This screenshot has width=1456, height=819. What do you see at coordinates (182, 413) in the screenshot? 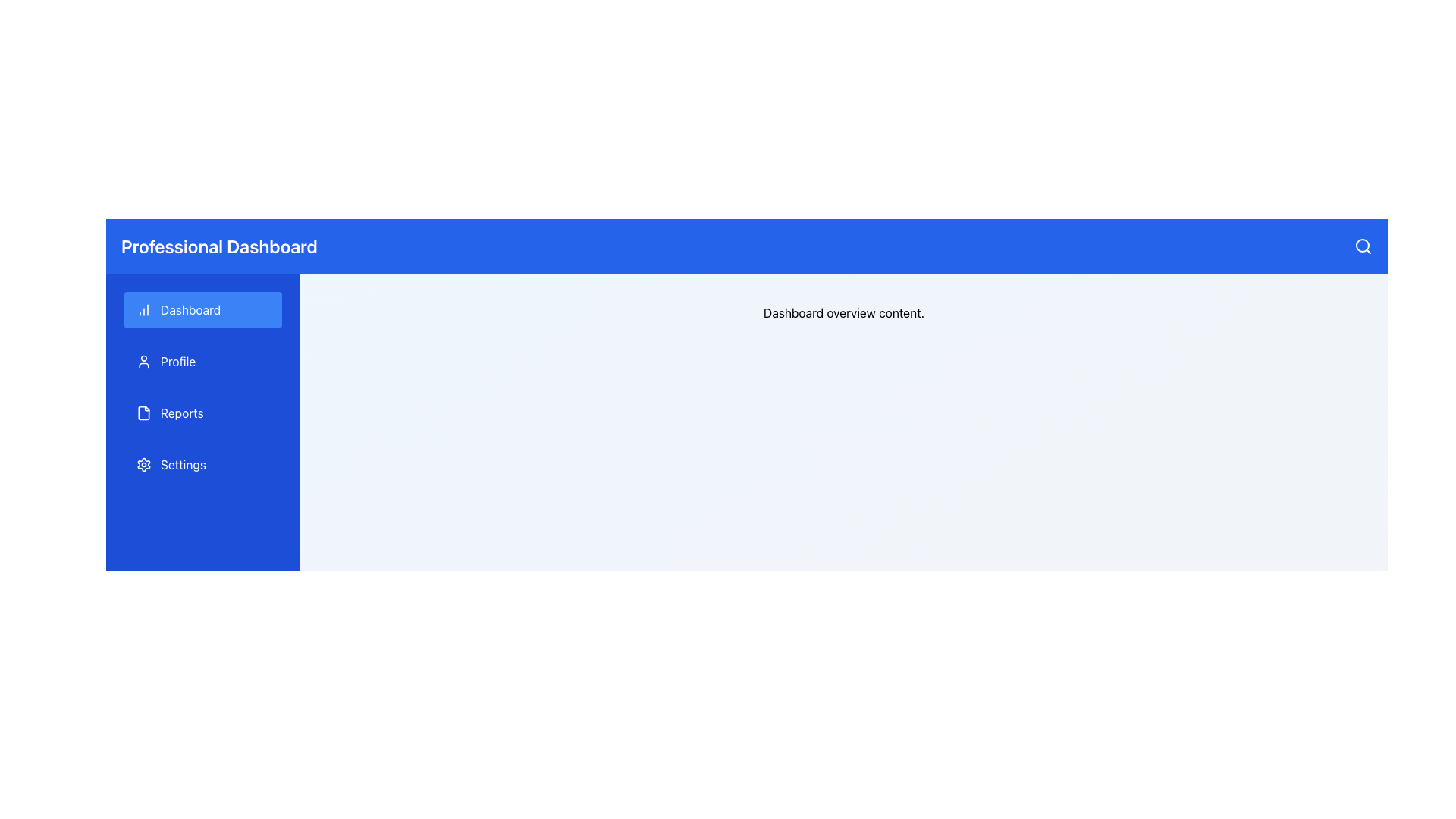
I see `the 'Reports' text label in white font on a blue background` at bounding box center [182, 413].